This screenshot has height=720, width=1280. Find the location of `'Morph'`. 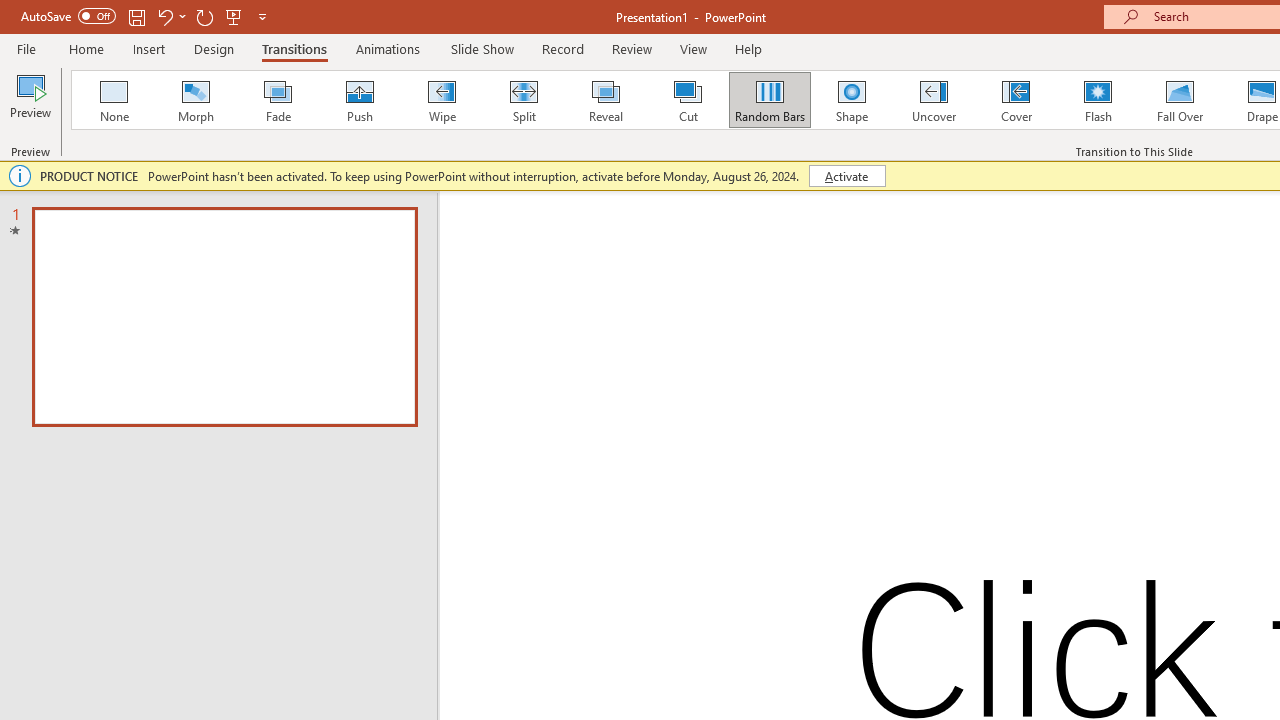

'Morph' is located at coordinates (195, 100).